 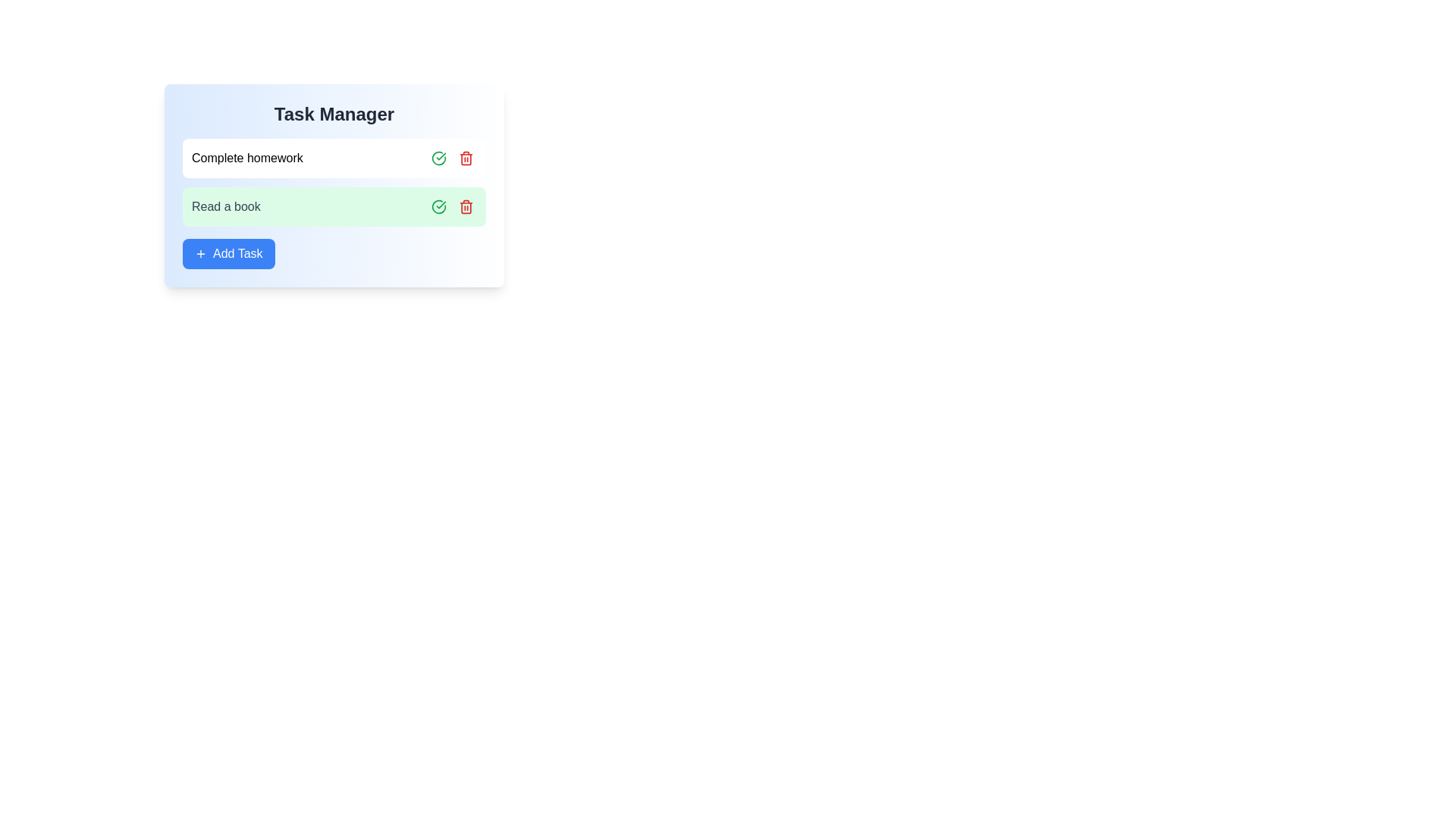 What do you see at coordinates (438, 158) in the screenshot?
I see `the green checkmark icon corresponding to the task titled 'Complete homework' to toggle its completion status` at bounding box center [438, 158].